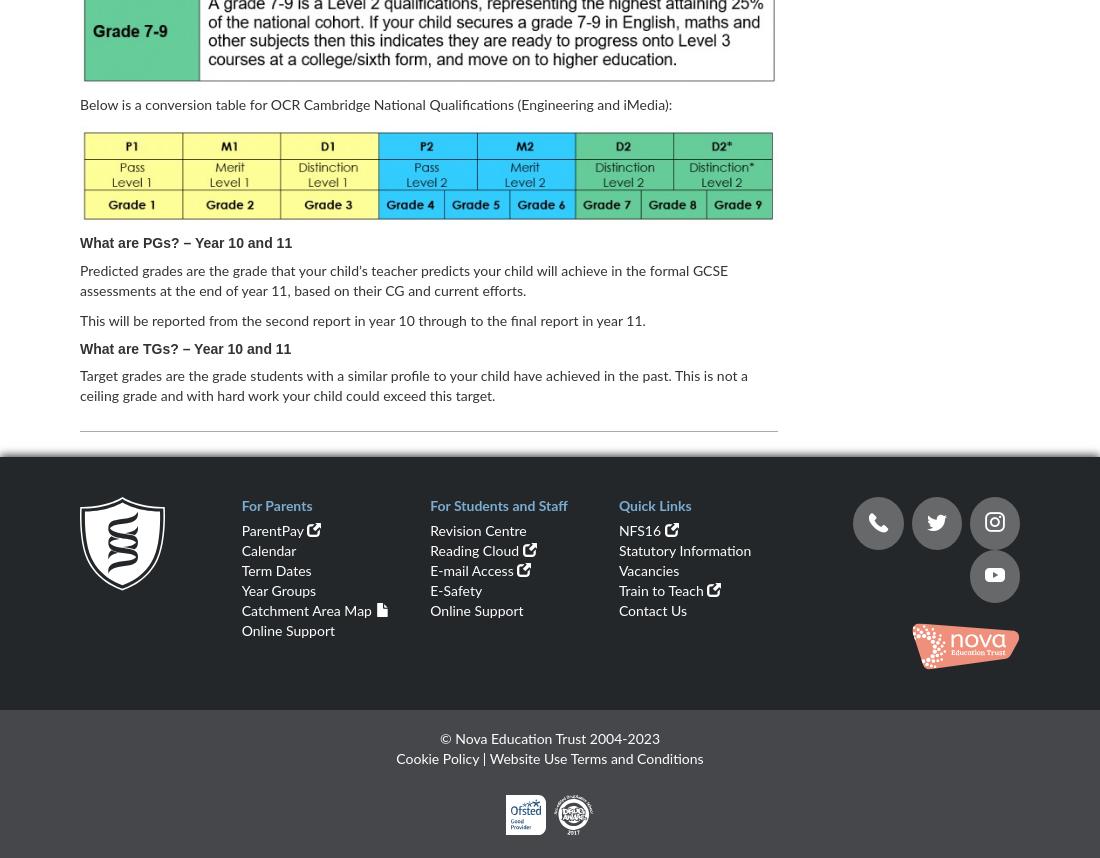 The image size is (1100, 858). I want to click on 'Catchment Area Map', so click(241, 612).